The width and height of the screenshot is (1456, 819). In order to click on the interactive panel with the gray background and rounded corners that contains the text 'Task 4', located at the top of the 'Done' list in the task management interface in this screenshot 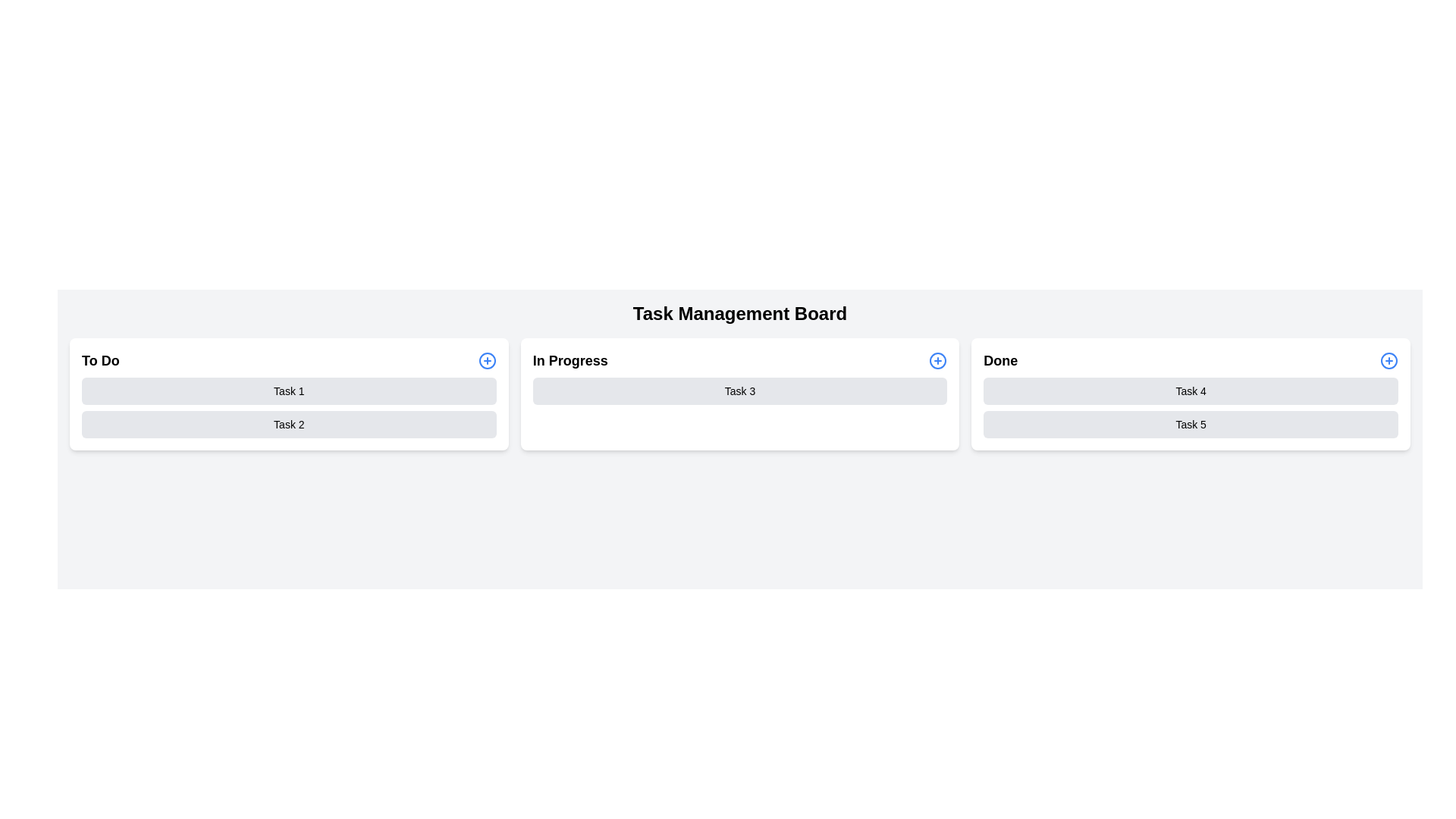, I will do `click(1190, 391)`.